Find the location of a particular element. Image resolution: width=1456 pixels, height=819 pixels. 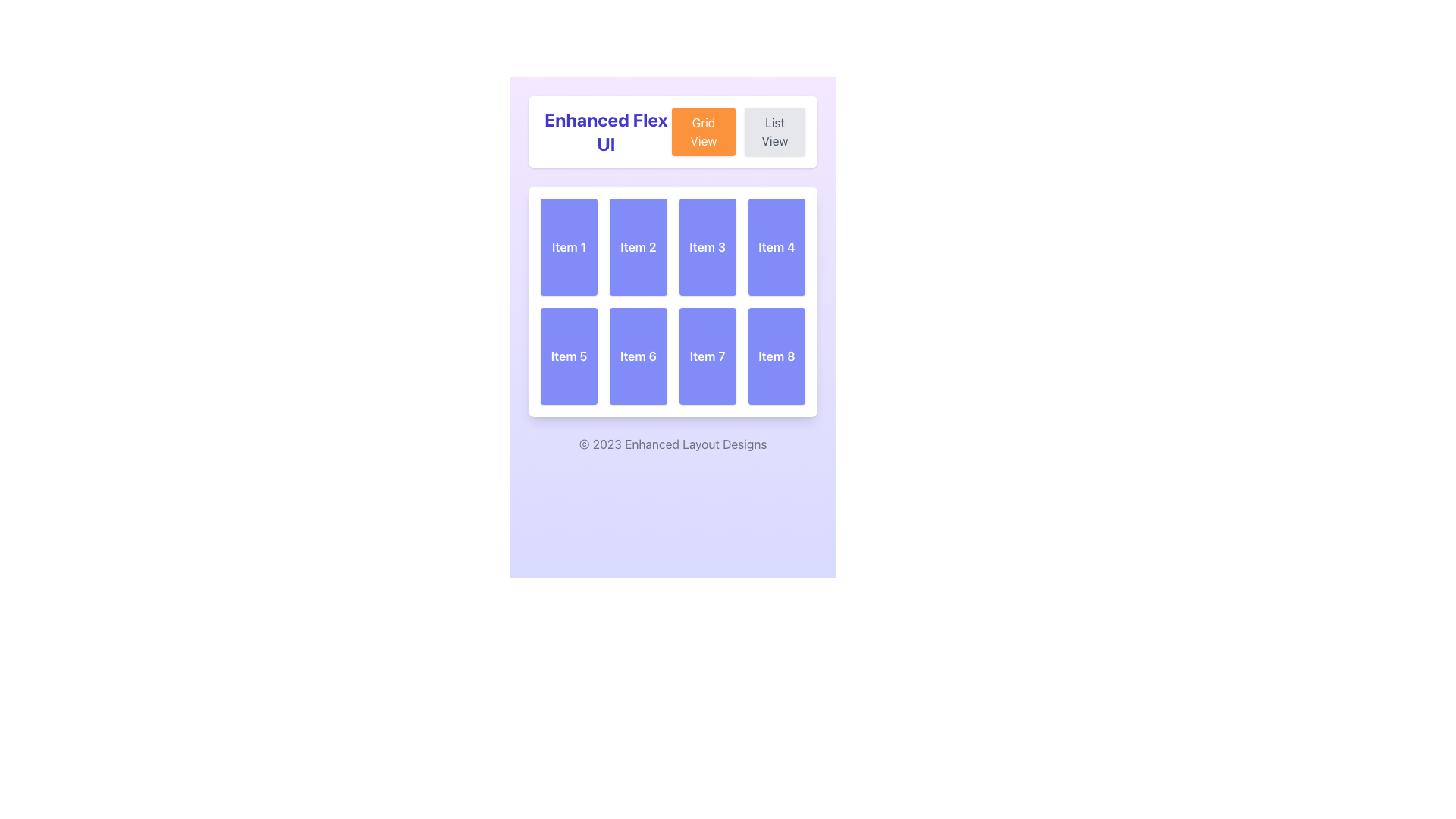

the Grid Item labeled 'Item 3', which is a rectangular box with a blue background and white text, positioned in the first row and third column of a grid layout is located at coordinates (707, 246).